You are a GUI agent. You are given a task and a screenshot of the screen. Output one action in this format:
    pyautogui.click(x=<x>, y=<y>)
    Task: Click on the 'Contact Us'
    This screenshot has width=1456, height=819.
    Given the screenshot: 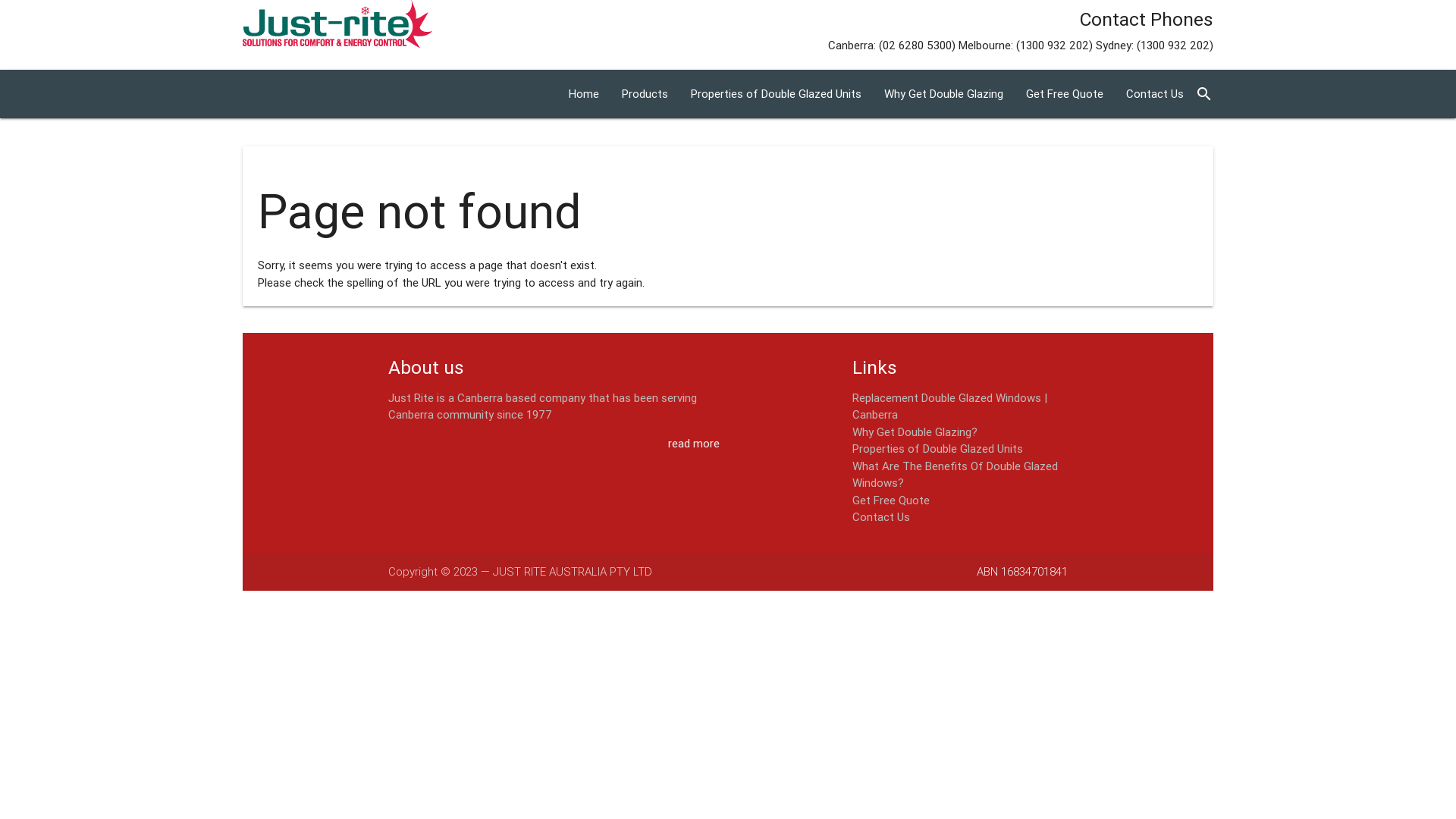 What is the action you would take?
    pyautogui.click(x=1153, y=93)
    